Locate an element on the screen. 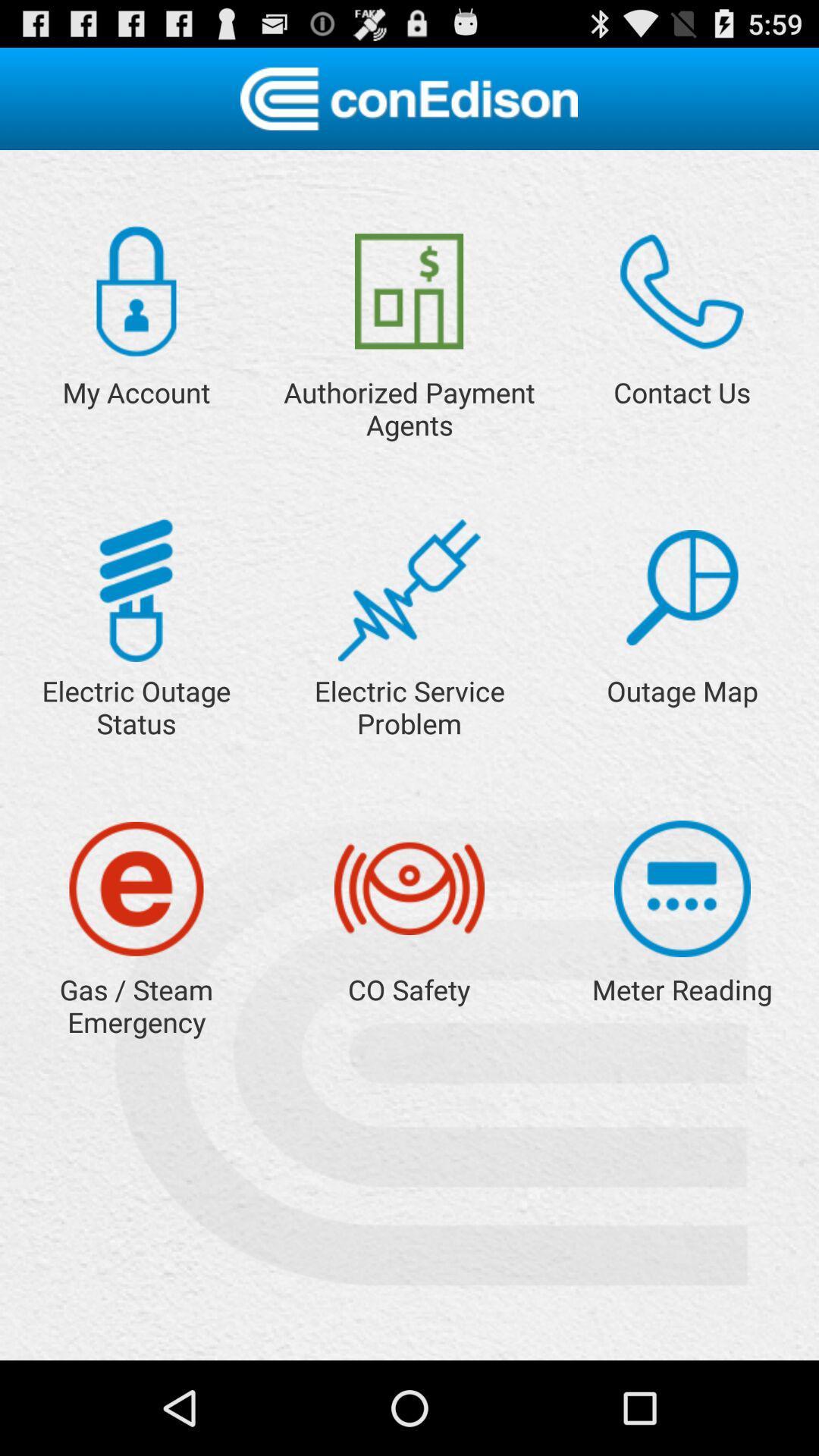 This screenshot has height=1456, width=819. report electric service problem is located at coordinates (409, 589).